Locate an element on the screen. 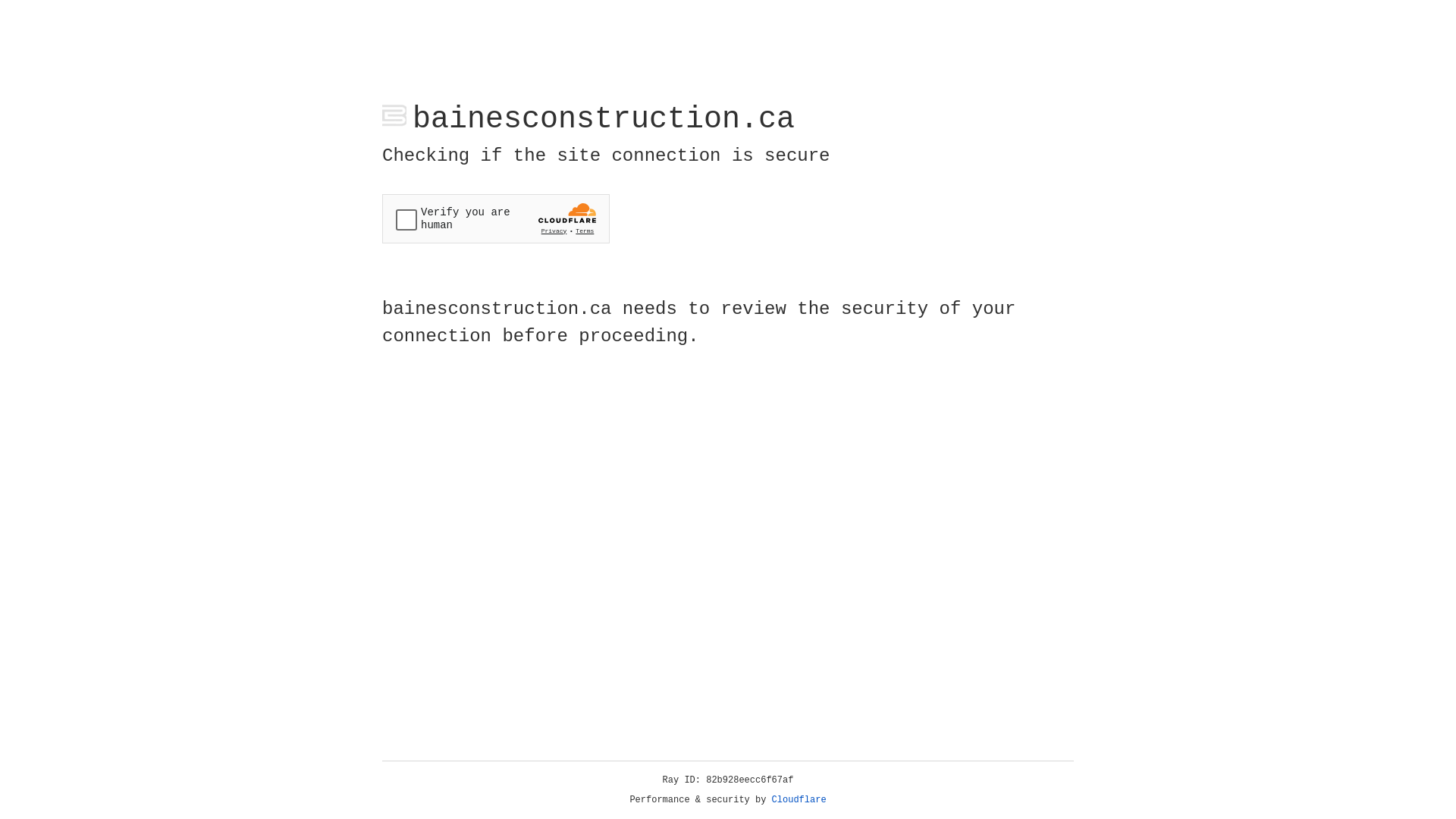 The image size is (1456, 819). 'Widget containing a Cloudflare security challenge' is located at coordinates (495, 218).